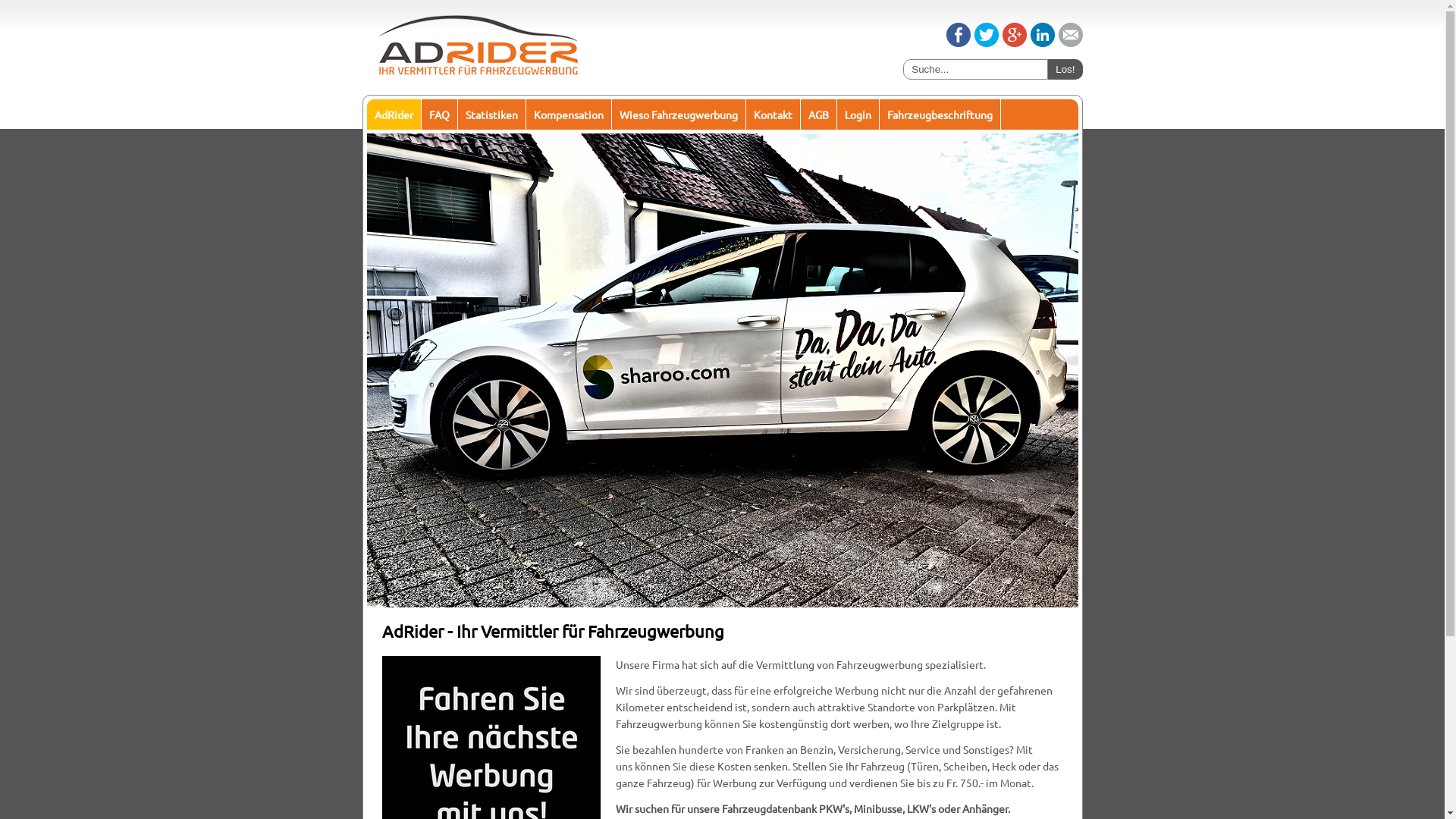  What do you see at coordinates (973, 42) in the screenshot?
I see `'Tweet'` at bounding box center [973, 42].